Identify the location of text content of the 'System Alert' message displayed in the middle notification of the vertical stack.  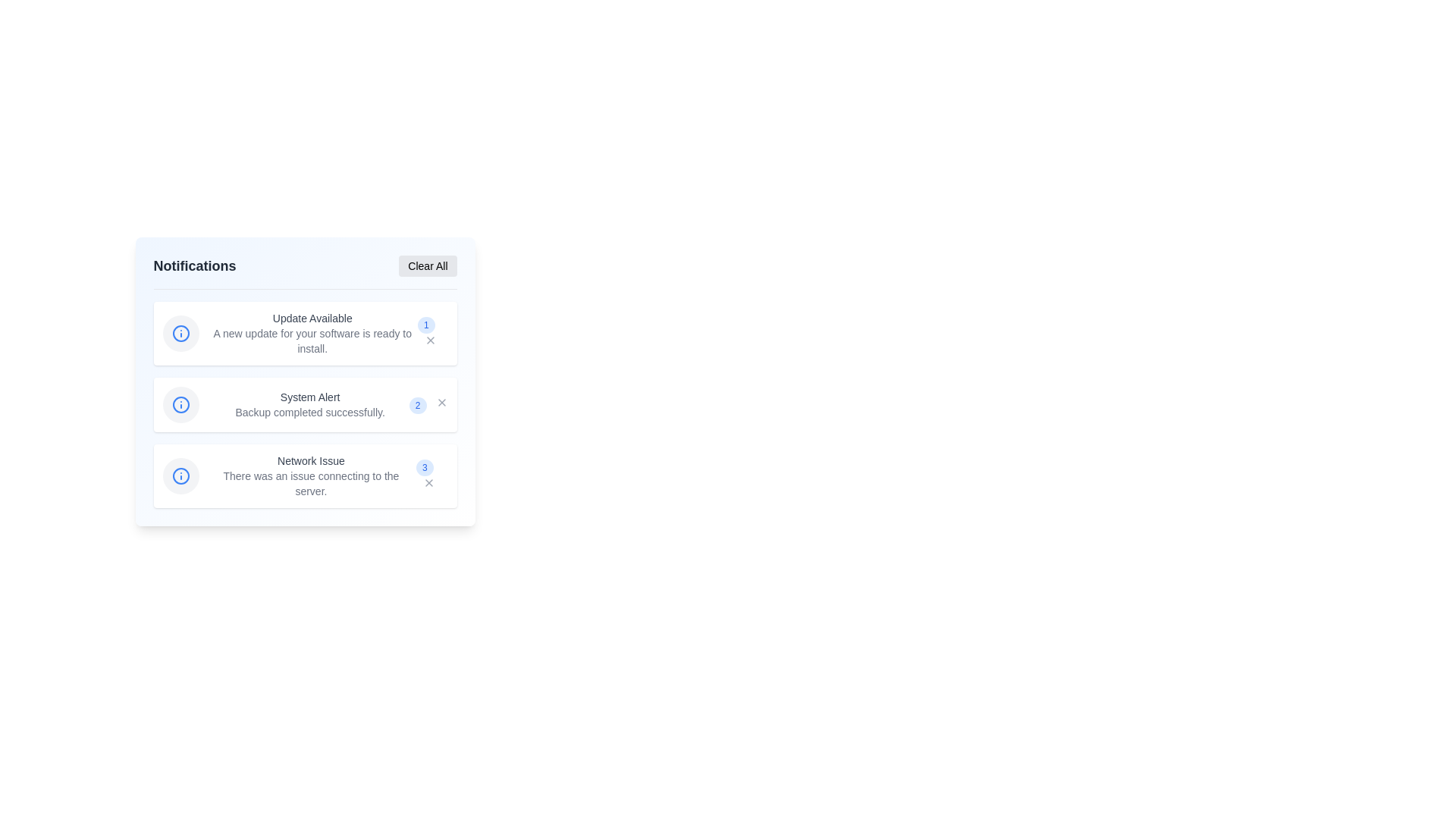
(309, 403).